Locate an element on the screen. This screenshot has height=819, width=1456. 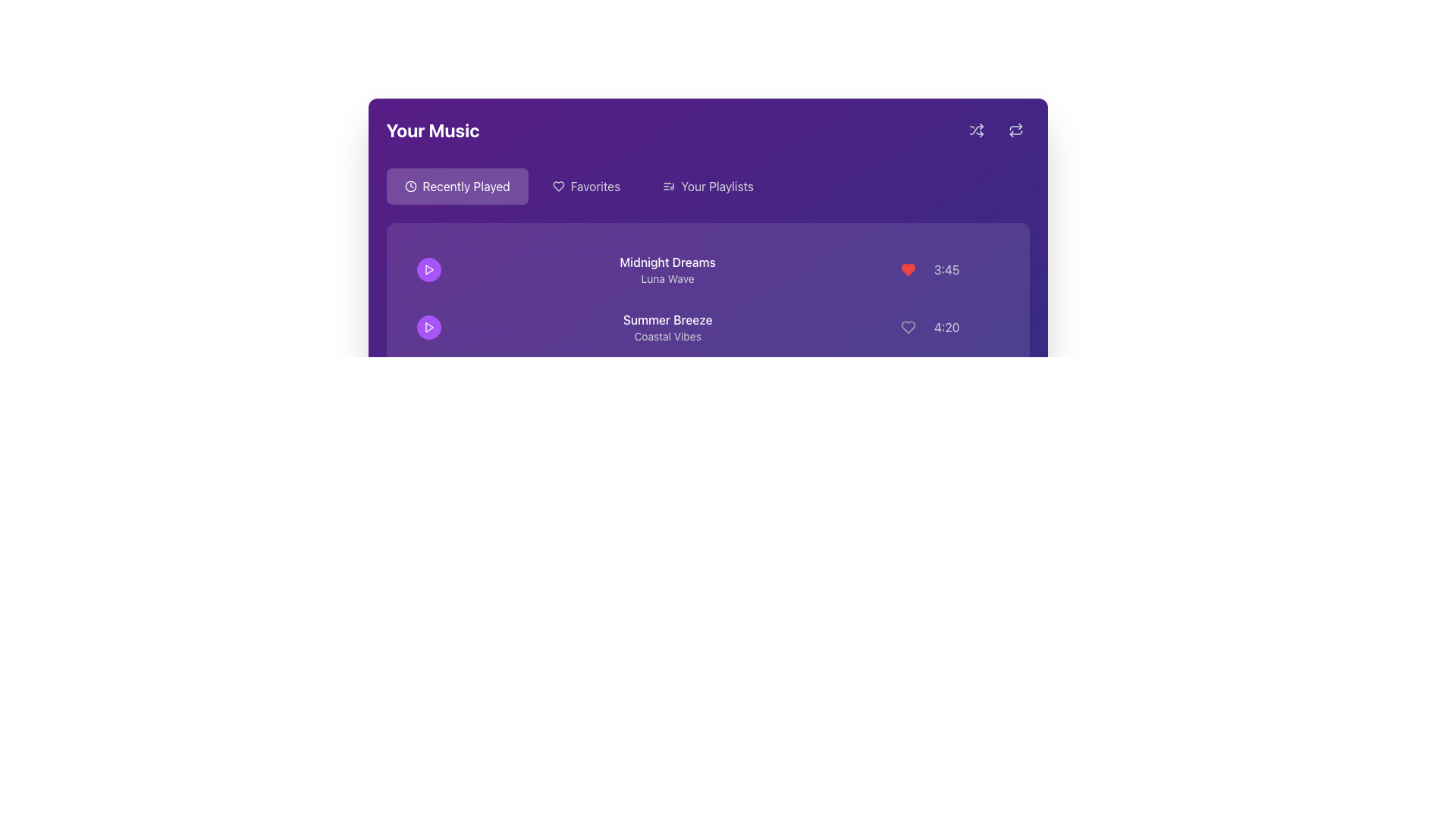
the 'Coastal Vibes' text label, which is displayed in a smaller gray font beneath the 'Summer Breeze' title in the music application interface is located at coordinates (667, 335).